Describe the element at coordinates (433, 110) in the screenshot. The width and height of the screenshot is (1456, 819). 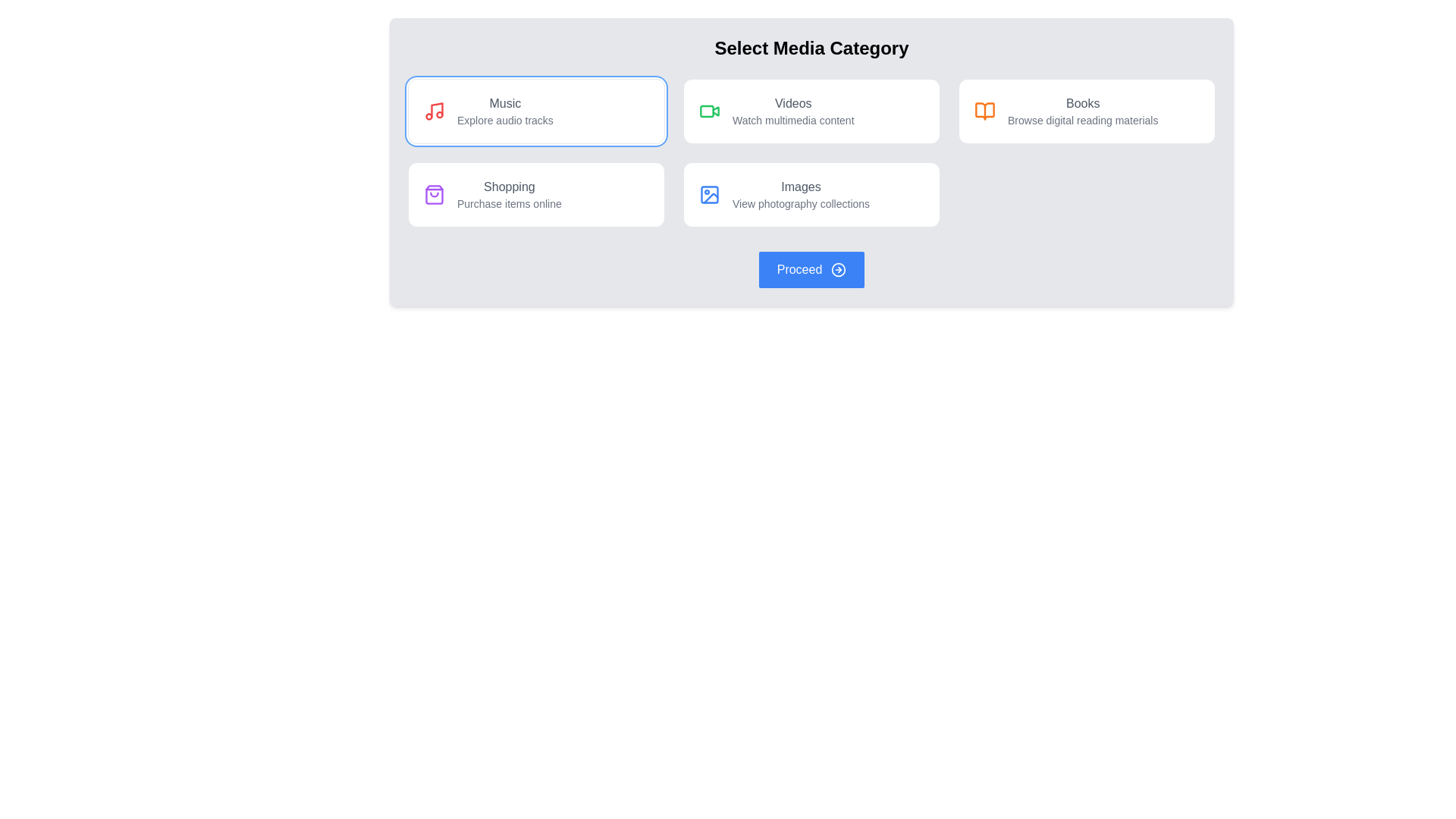
I see `the bright red music note icon located within the white card labeled 'Music' with the subtext 'Explore audio tracks'` at that location.